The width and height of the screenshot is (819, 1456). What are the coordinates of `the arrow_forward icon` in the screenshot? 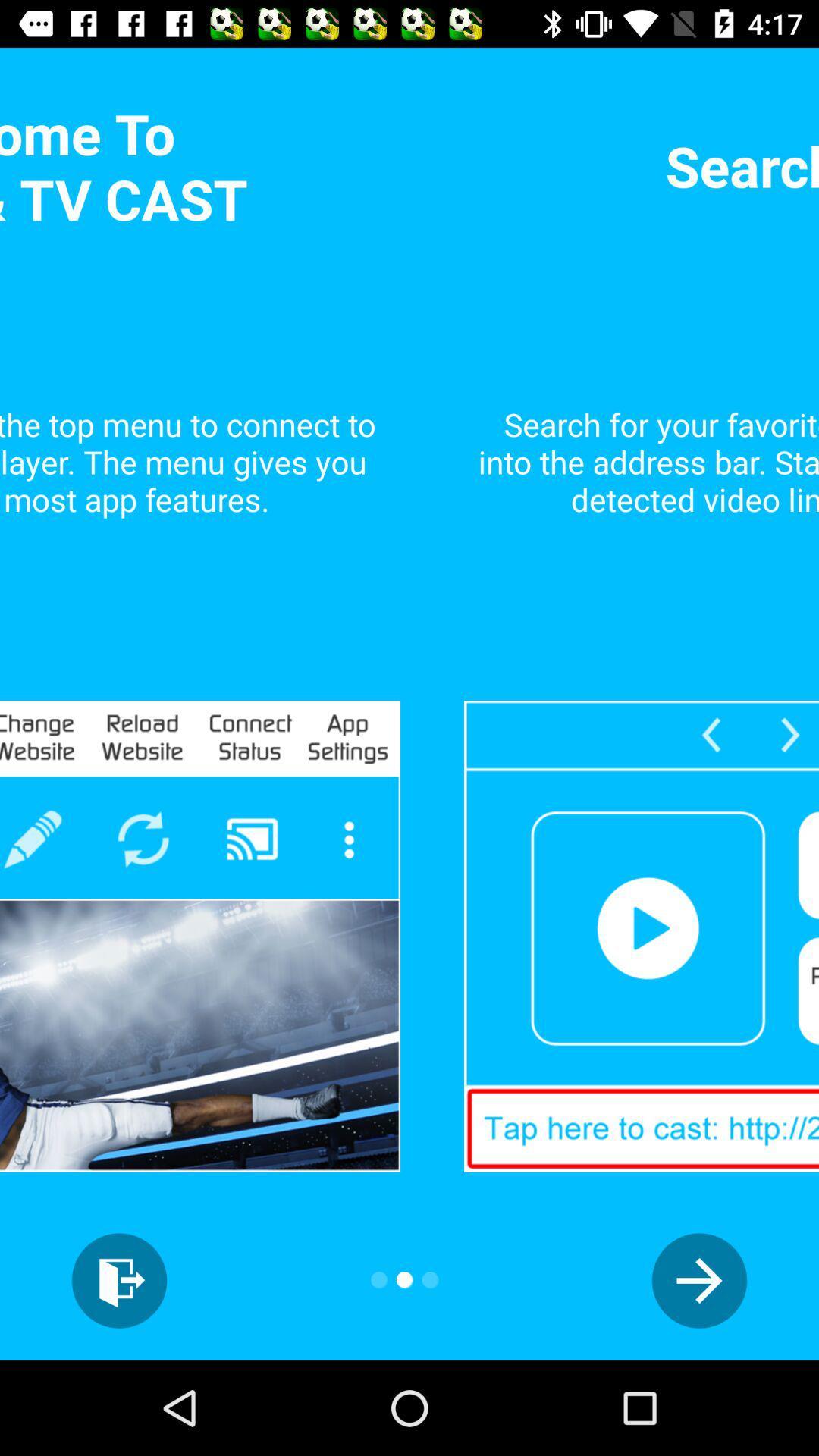 It's located at (699, 1280).